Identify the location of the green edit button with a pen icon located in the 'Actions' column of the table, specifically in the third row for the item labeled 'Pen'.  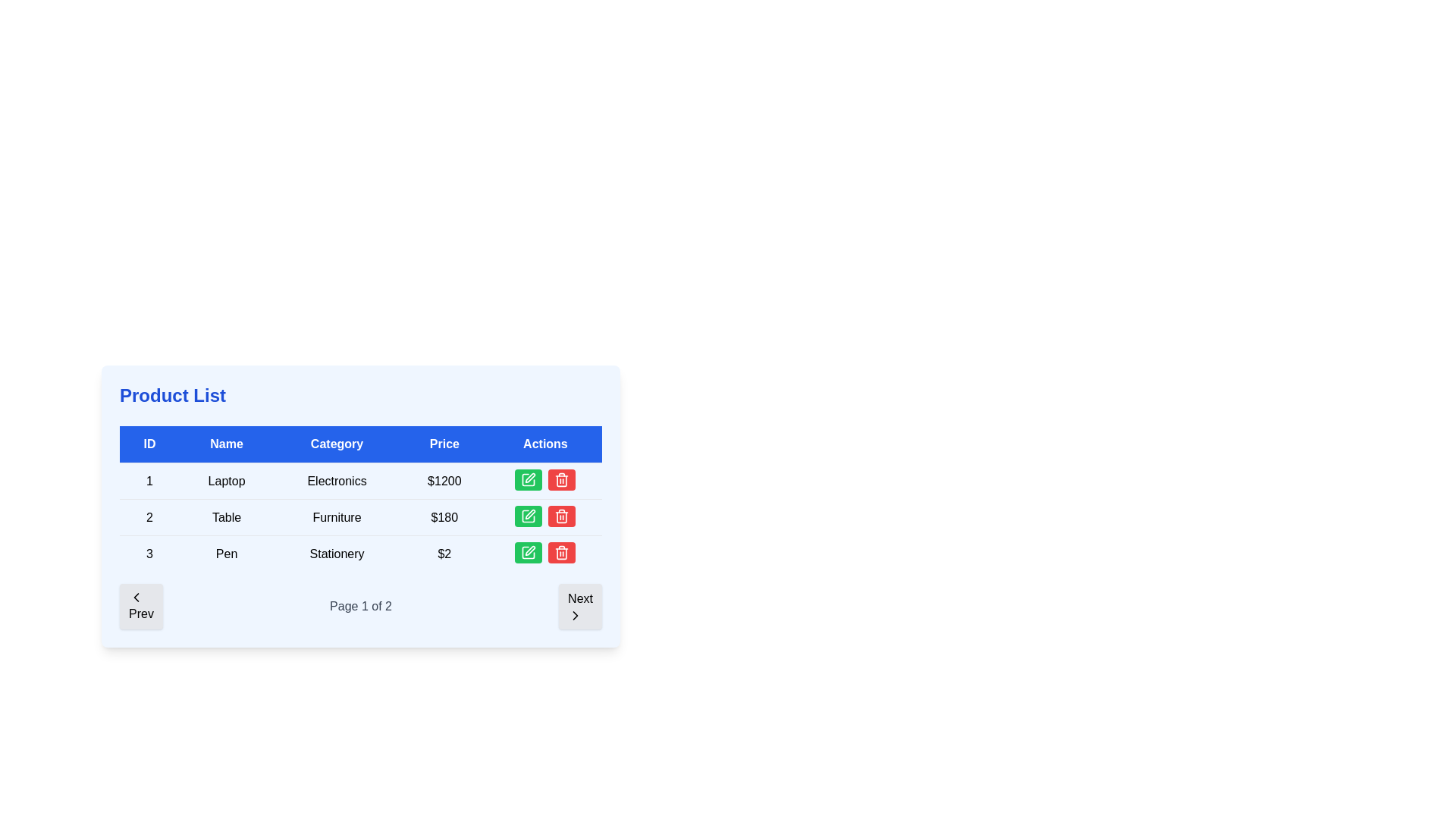
(529, 553).